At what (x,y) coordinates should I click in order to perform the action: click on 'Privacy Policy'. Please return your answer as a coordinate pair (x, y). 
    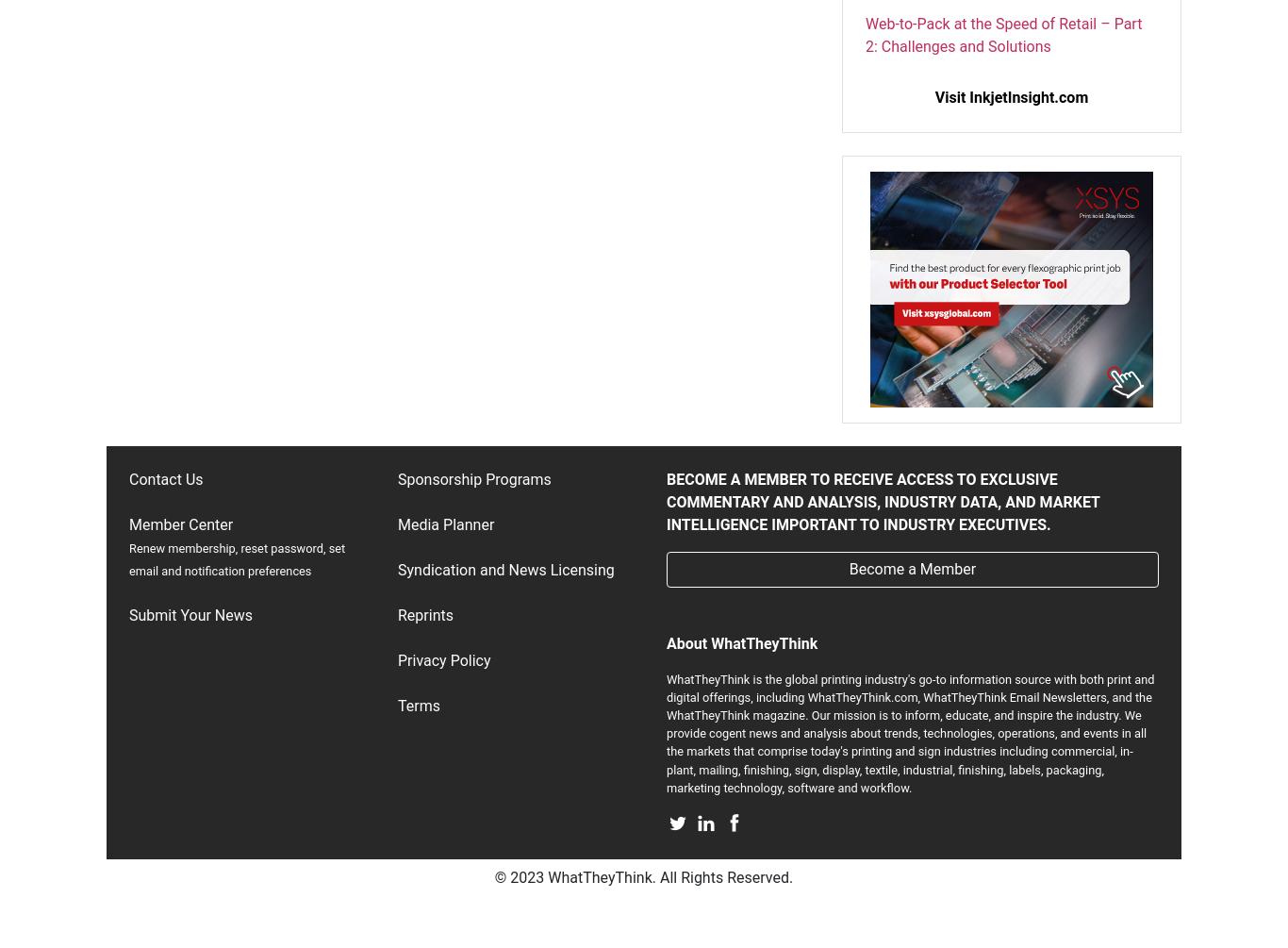
    Looking at the image, I should click on (443, 659).